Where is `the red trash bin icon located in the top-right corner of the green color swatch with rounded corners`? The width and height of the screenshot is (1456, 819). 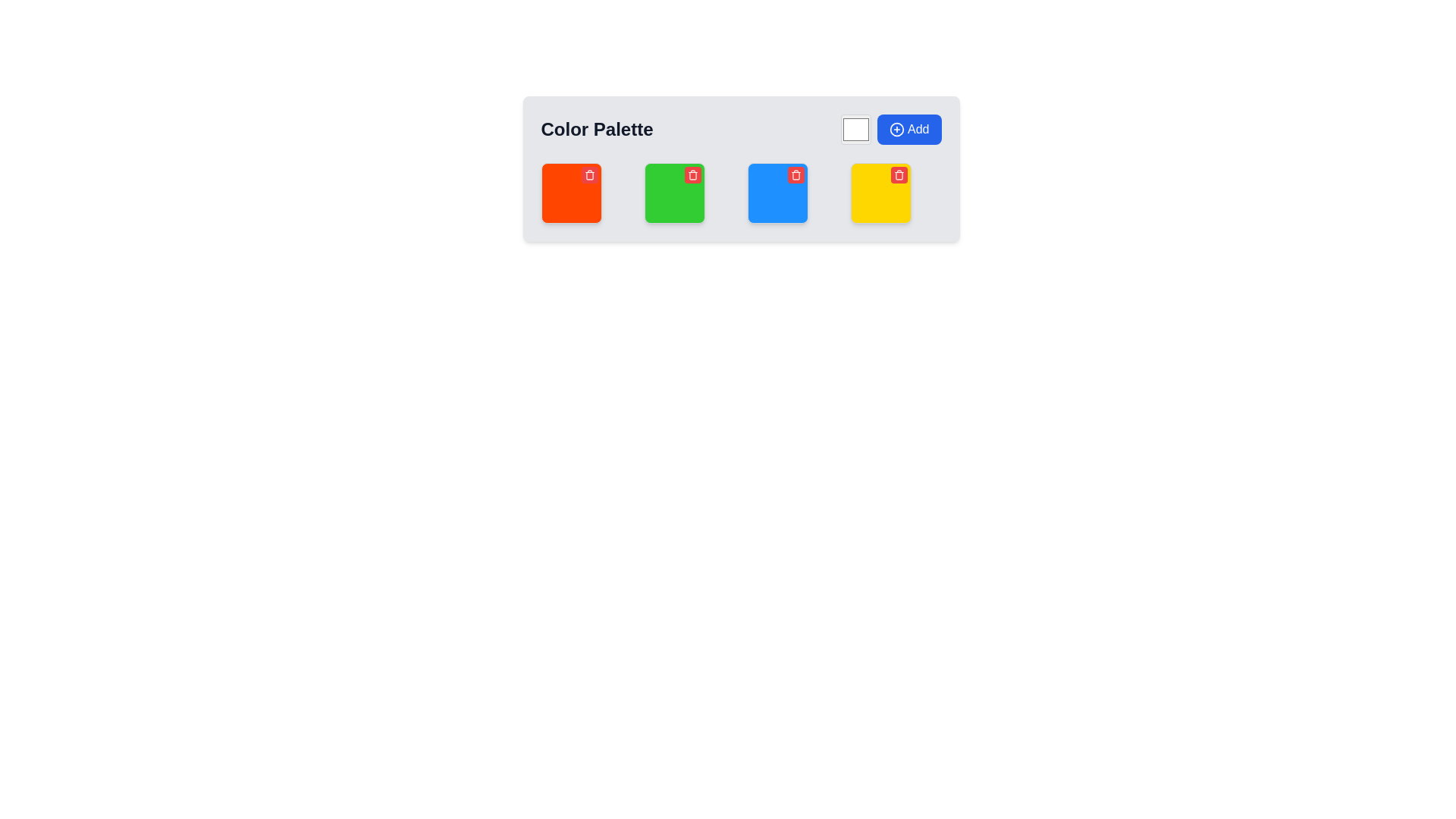
the red trash bin icon located in the top-right corner of the green color swatch with rounded corners is located at coordinates (673, 192).